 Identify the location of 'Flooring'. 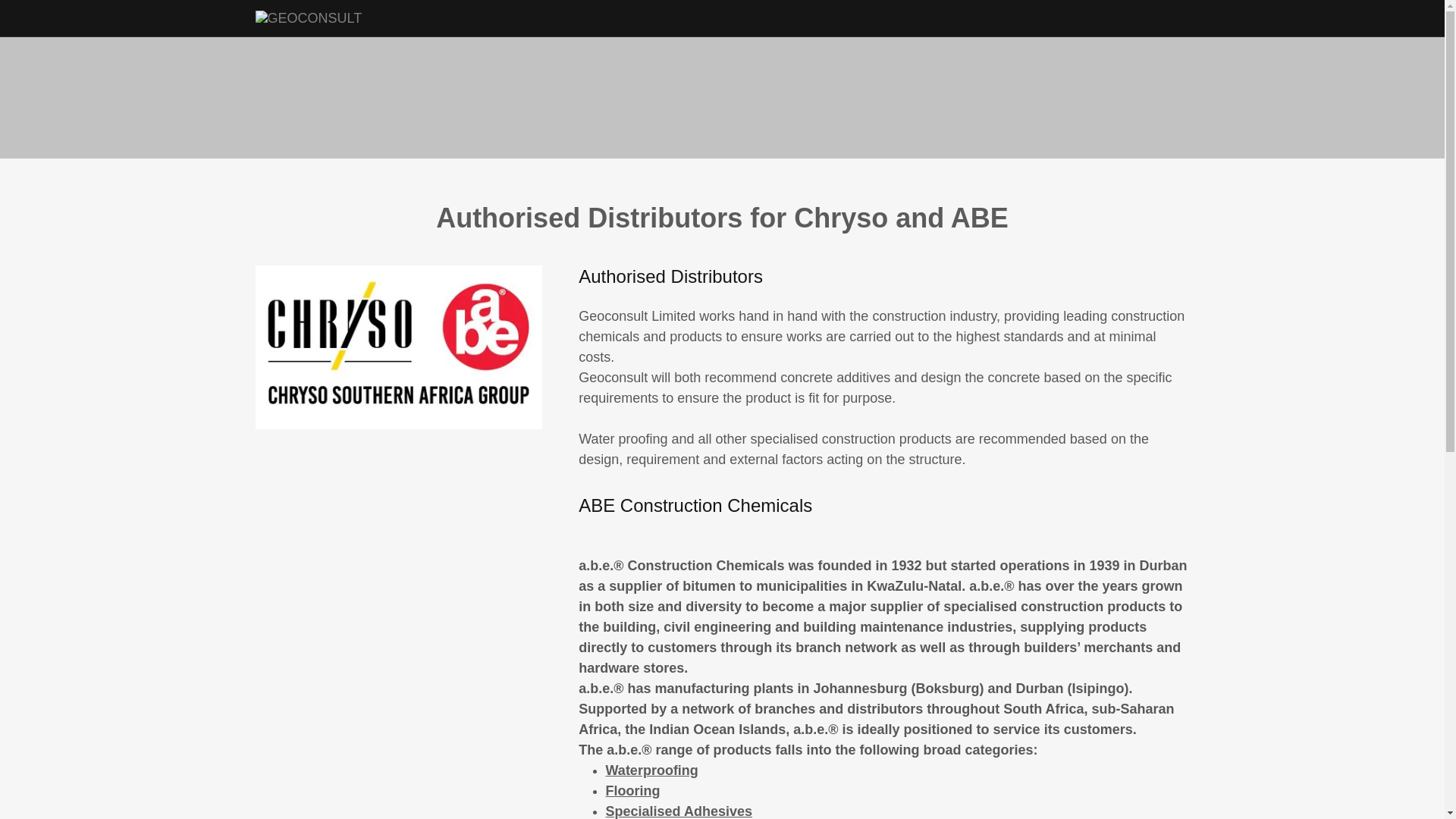
(633, 789).